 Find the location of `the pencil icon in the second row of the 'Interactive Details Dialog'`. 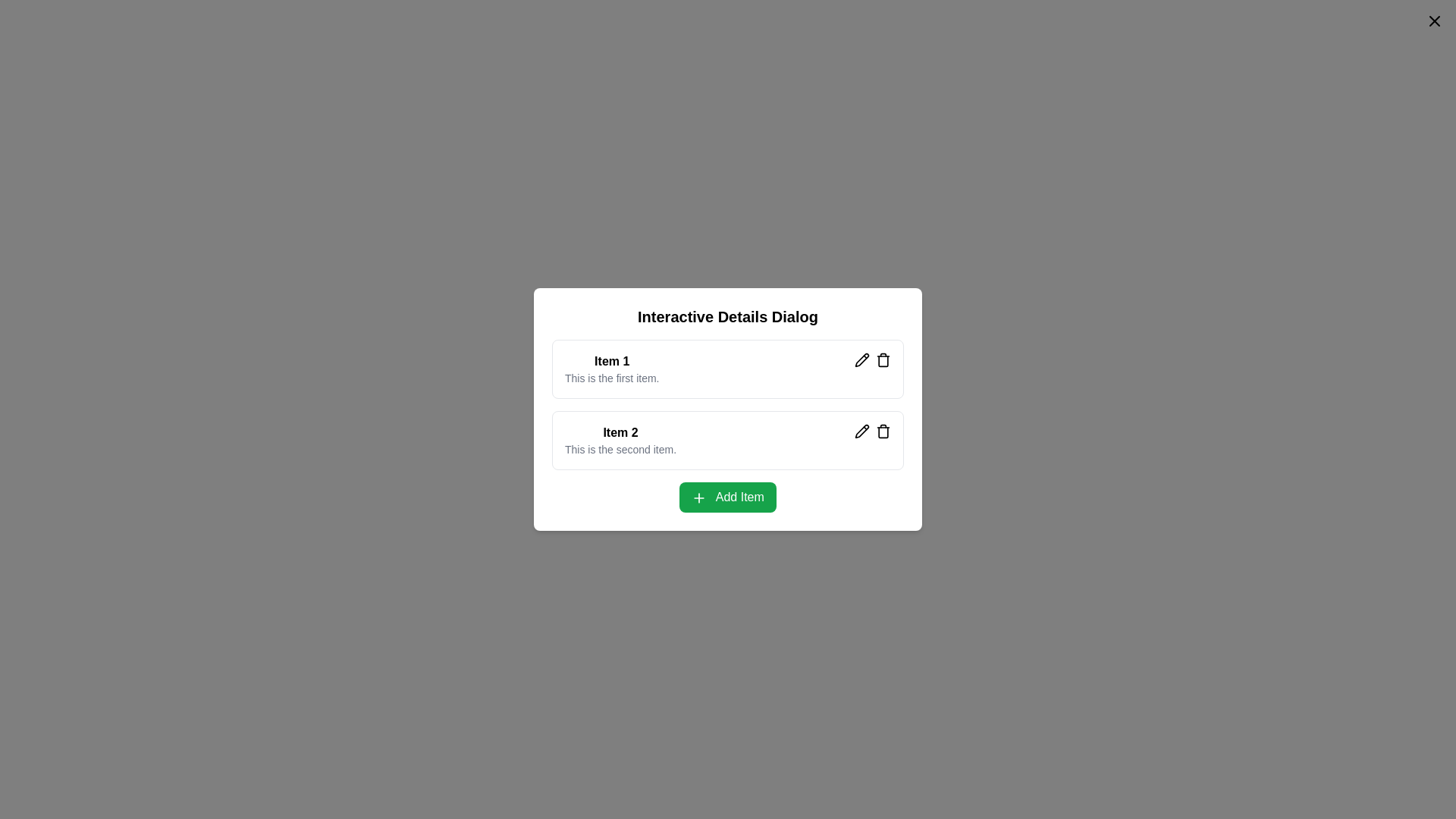

the pencil icon in the second row of the 'Interactive Details Dialog' is located at coordinates (862, 359).